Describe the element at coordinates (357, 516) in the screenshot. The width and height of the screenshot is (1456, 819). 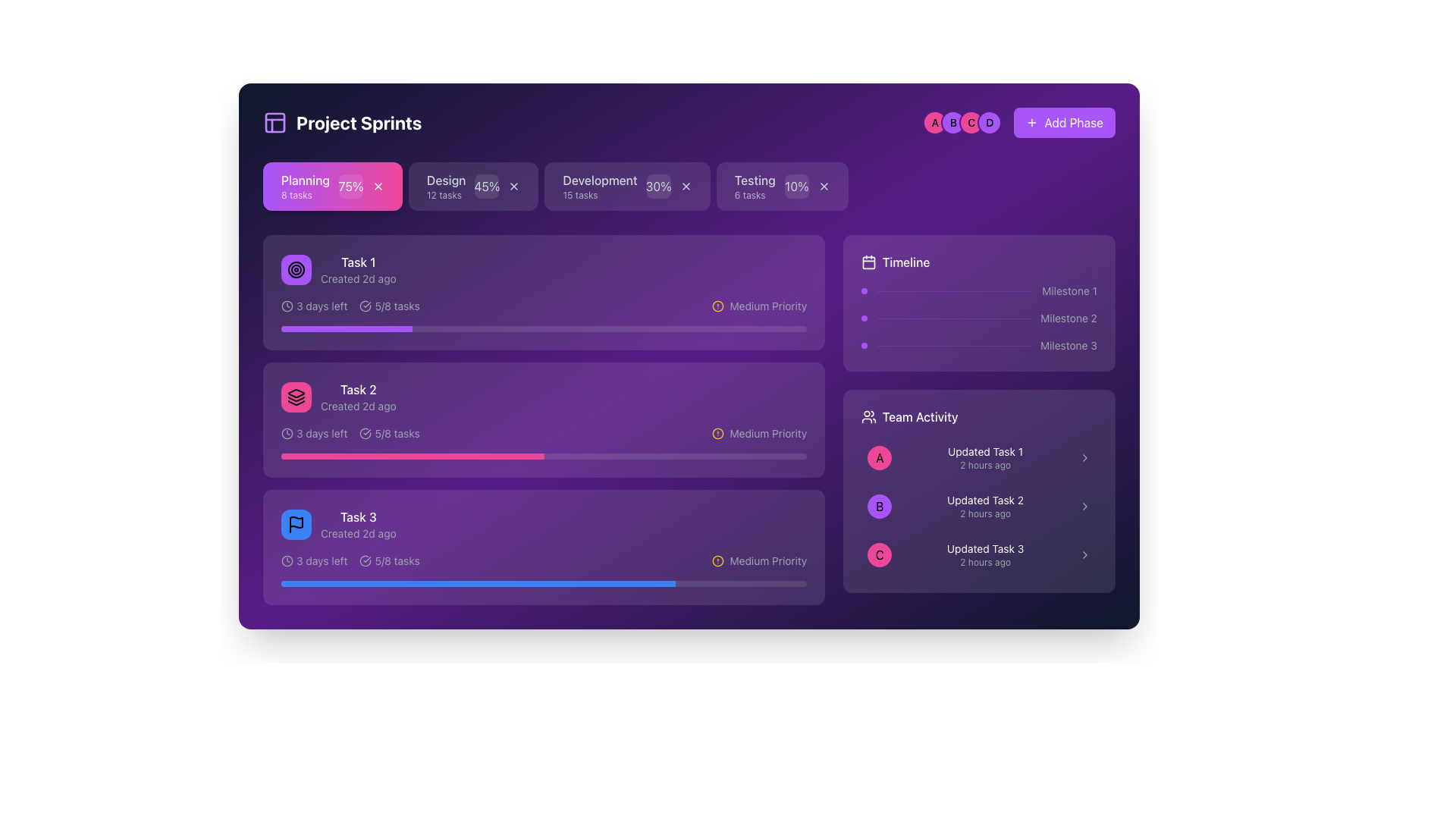
I see `the label for the third task item in the task list, which displays the text 'Task 3'` at that location.